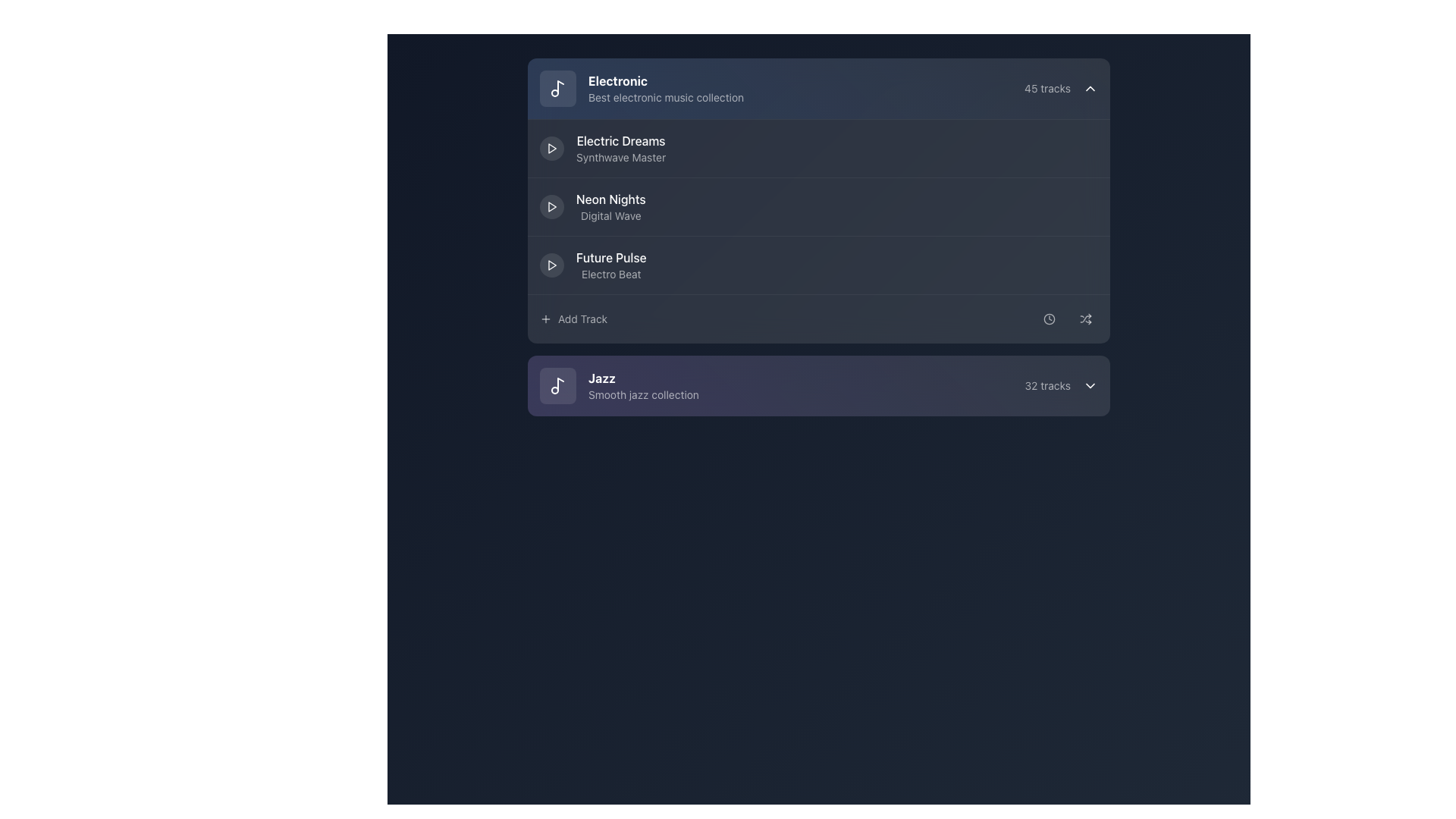 The height and width of the screenshot is (819, 1456). Describe the element at coordinates (1060, 88) in the screenshot. I see `the interactive informational indicator in the top-right corner of the music album or playlist to access the dropdown functionality` at that location.